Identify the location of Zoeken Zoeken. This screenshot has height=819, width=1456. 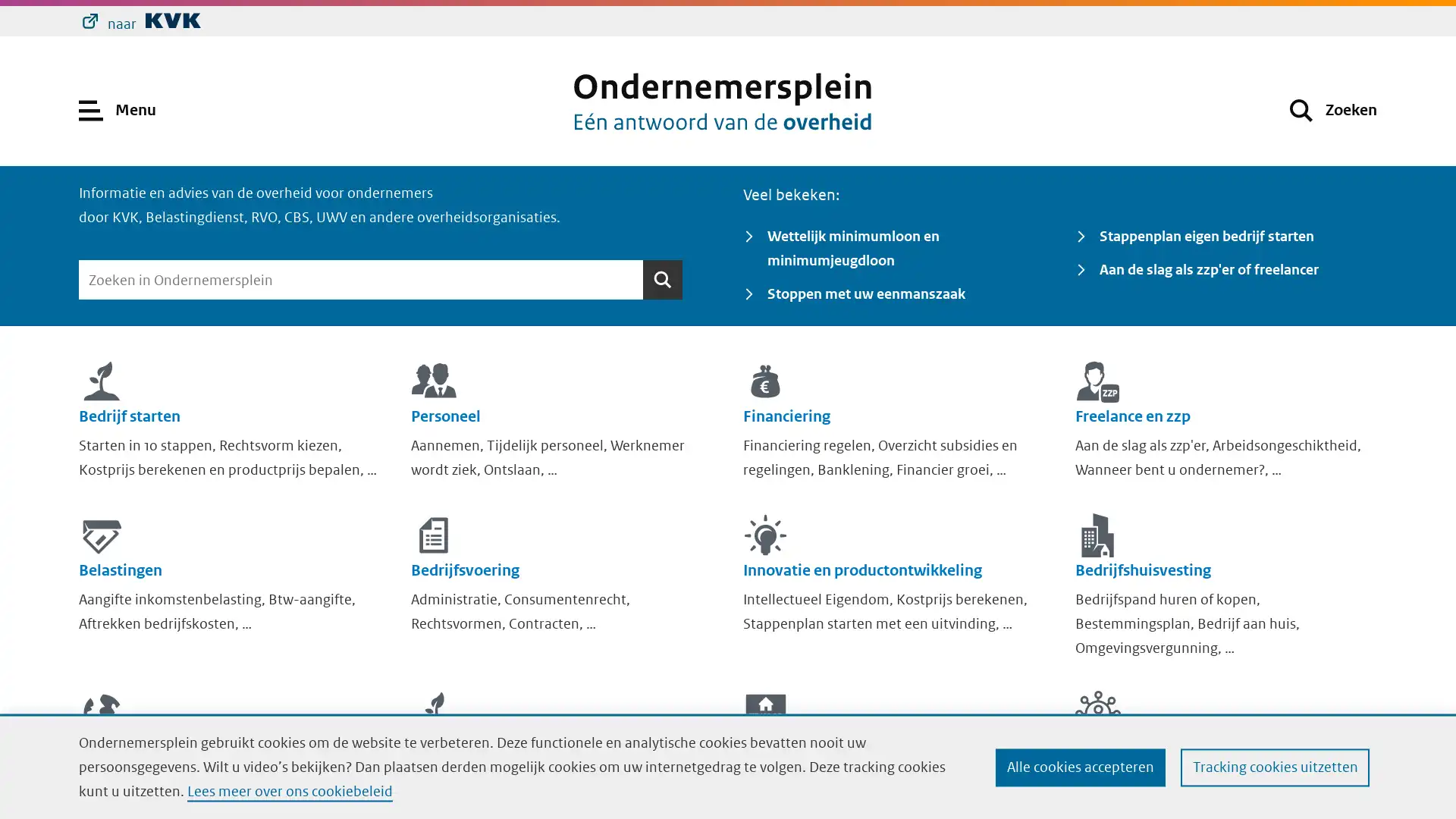
(662, 281).